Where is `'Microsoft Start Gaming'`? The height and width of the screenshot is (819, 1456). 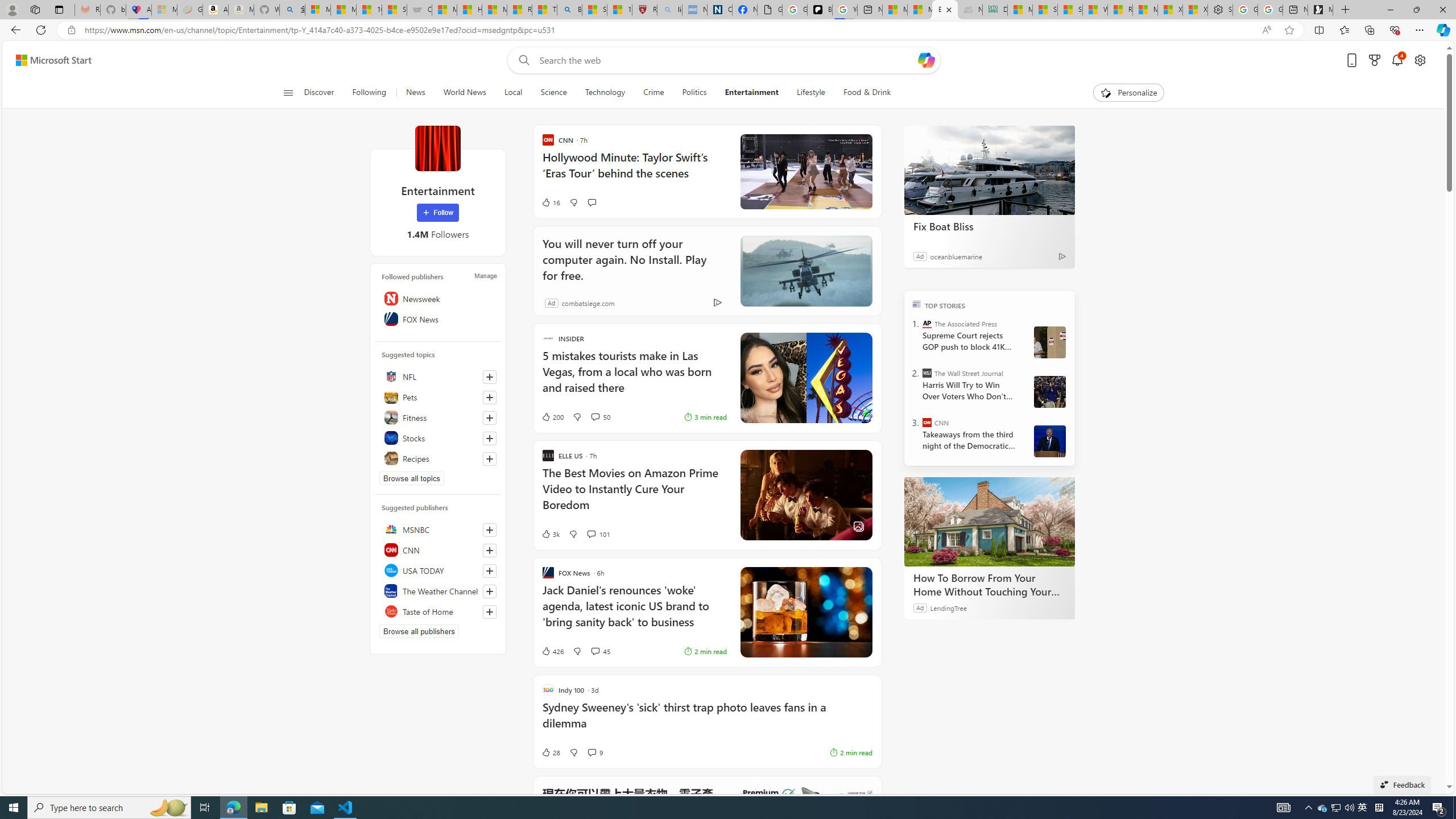 'Microsoft Start Gaming' is located at coordinates (1319, 9).